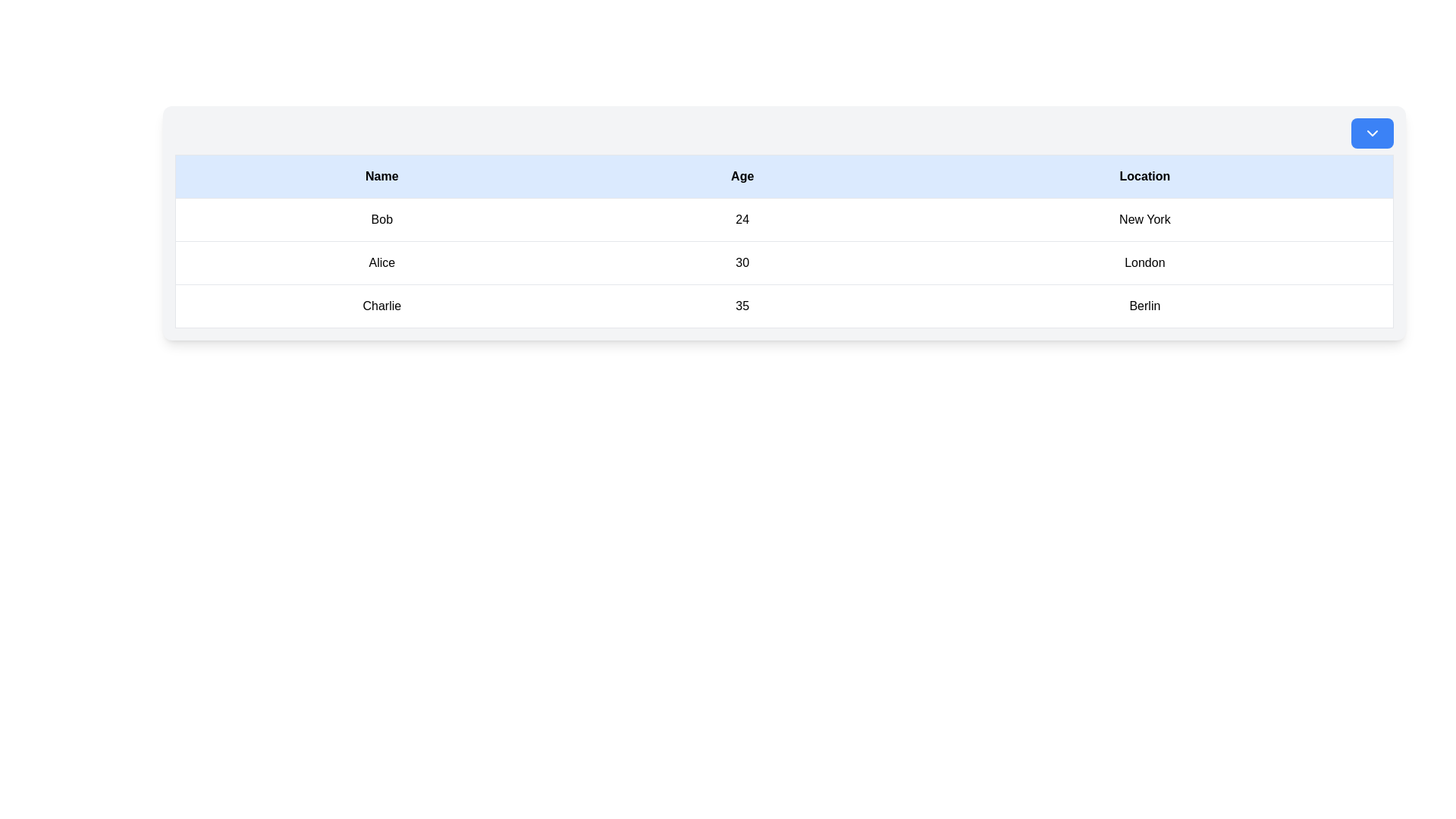 The height and width of the screenshot is (819, 1456). What do you see at coordinates (1145, 306) in the screenshot?
I see `the Text label that specifies the location associated with the row for 'Charlie' in the table under the 'Location' column, positioned to the right of 'Charlie' and '35'` at bounding box center [1145, 306].